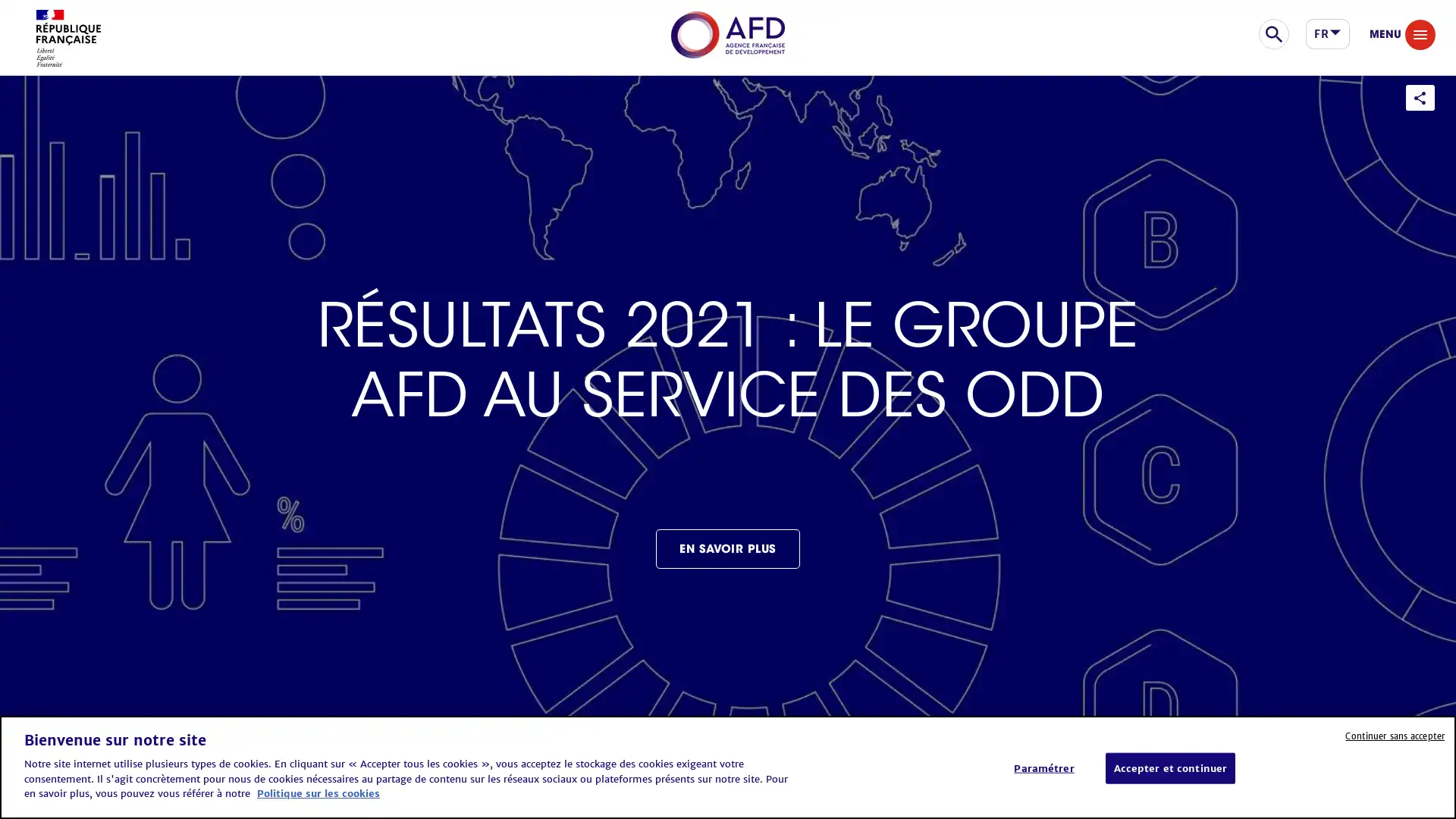  Describe the element at coordinates (1169, 768) in the screenshot. I see `Accepter et continuer` at that location.